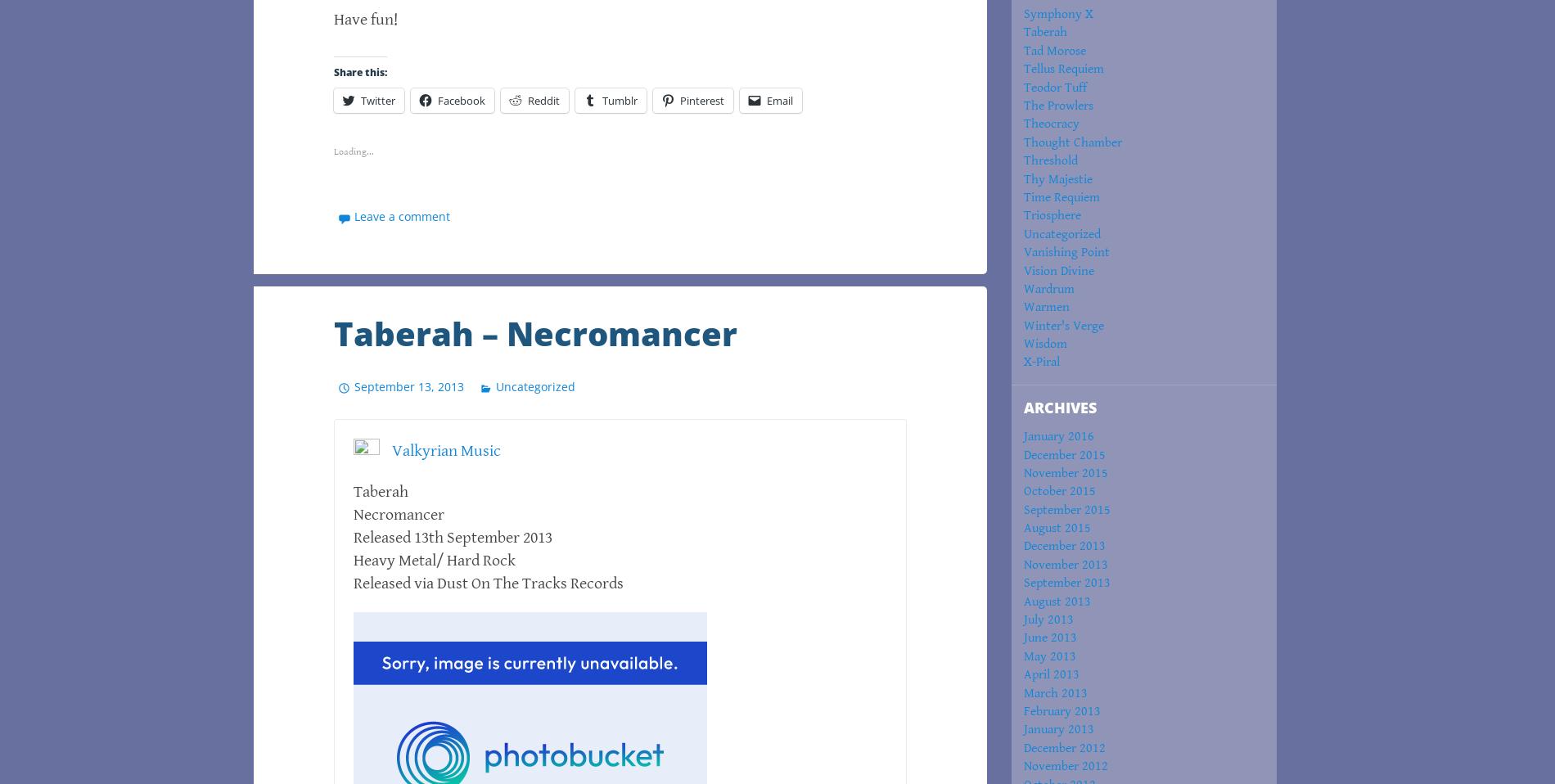 The image size is (1555, 784). Describe the element at coordinates (488, 583) in the screenshot. I see `'Released via Dust On The Tracks Records'` at that location.